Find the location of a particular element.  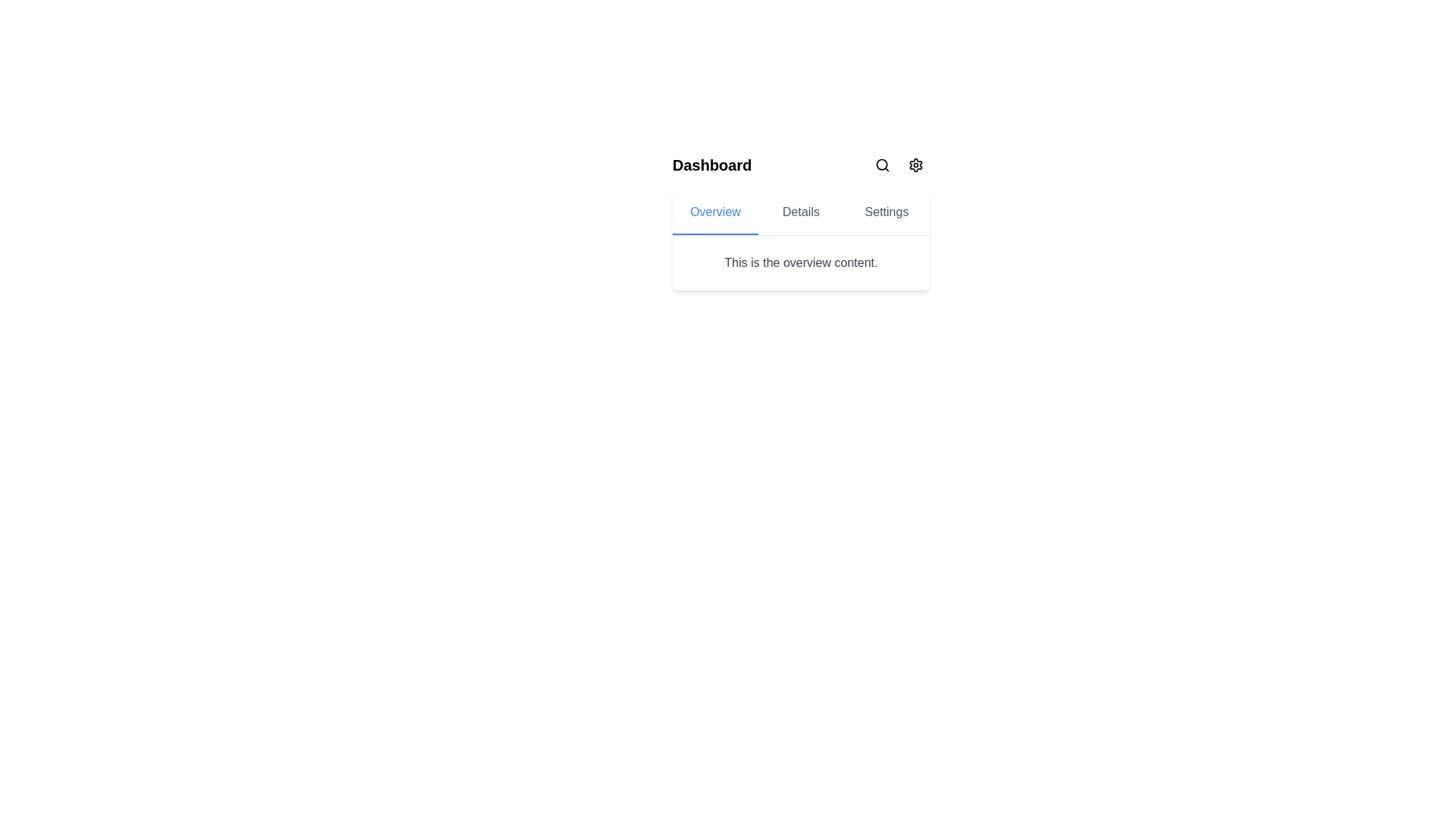

the settings button is located at coordinates (915, 165).